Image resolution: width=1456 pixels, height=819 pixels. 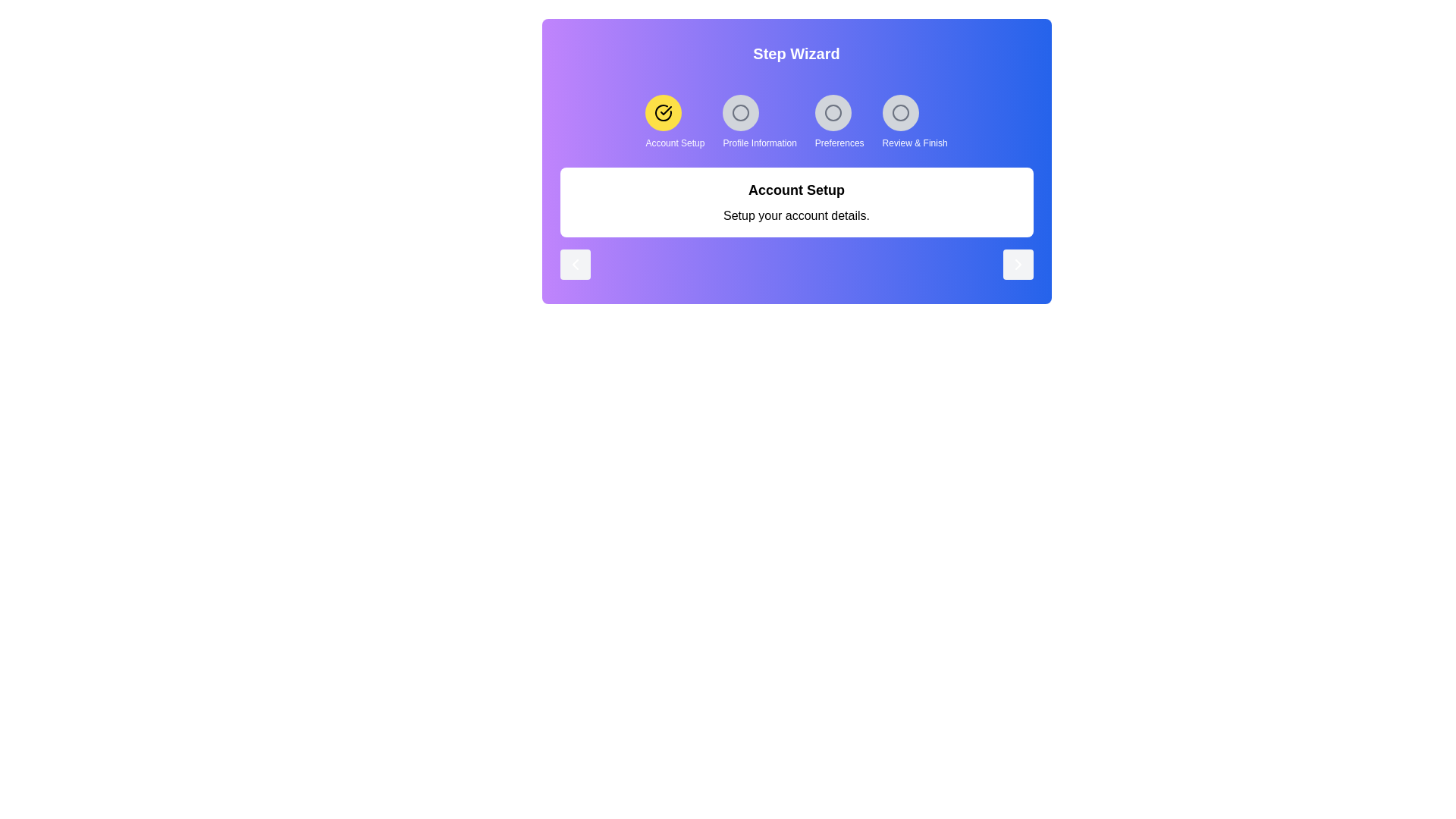 I want to click on the 'Next' button to navigate to the next step, so click(x=1018, y=263).